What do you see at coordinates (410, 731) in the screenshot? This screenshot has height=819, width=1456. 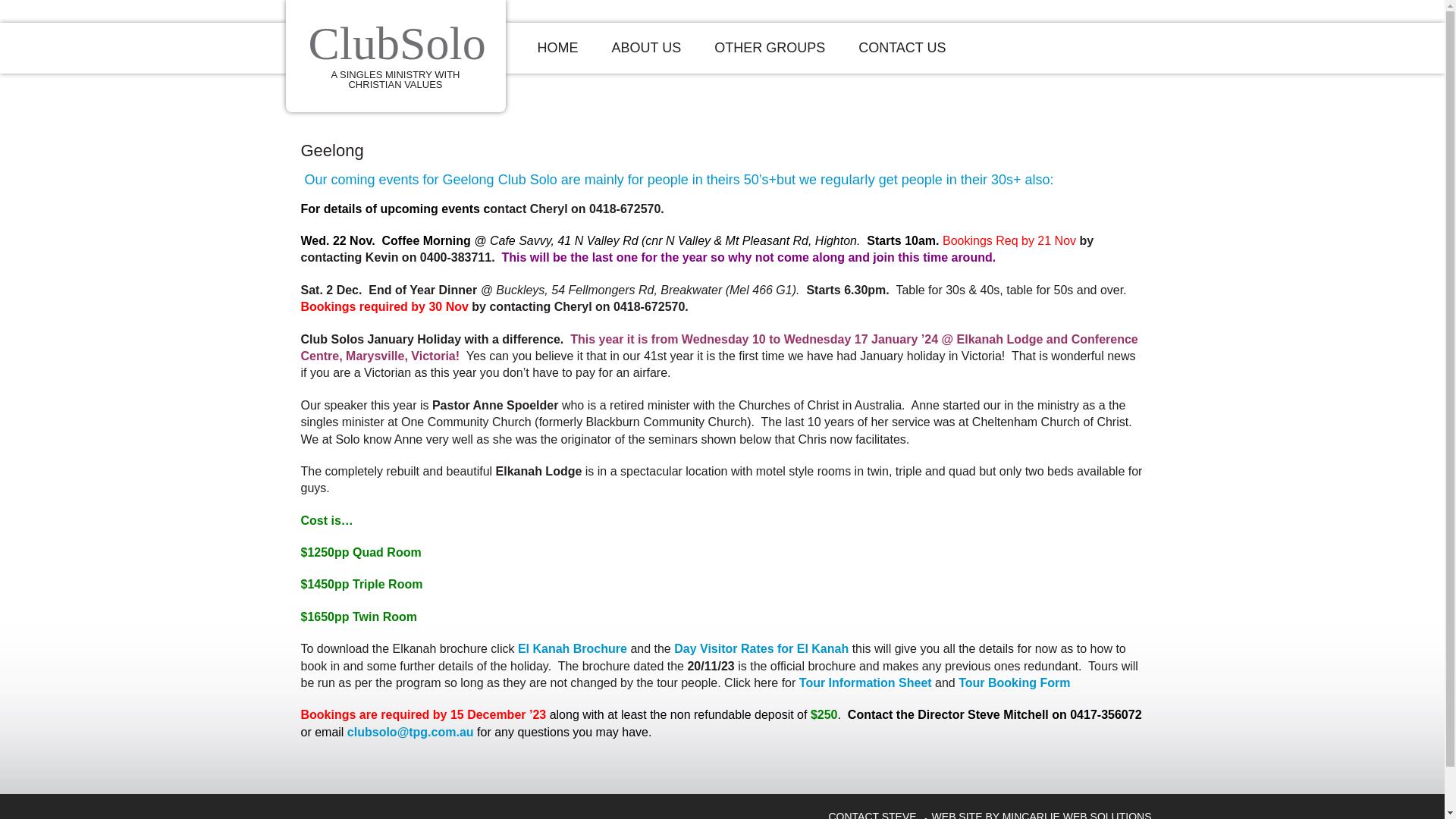 I see `'clubsolo@tpg.com.au'` at bounding box center [410, 731].